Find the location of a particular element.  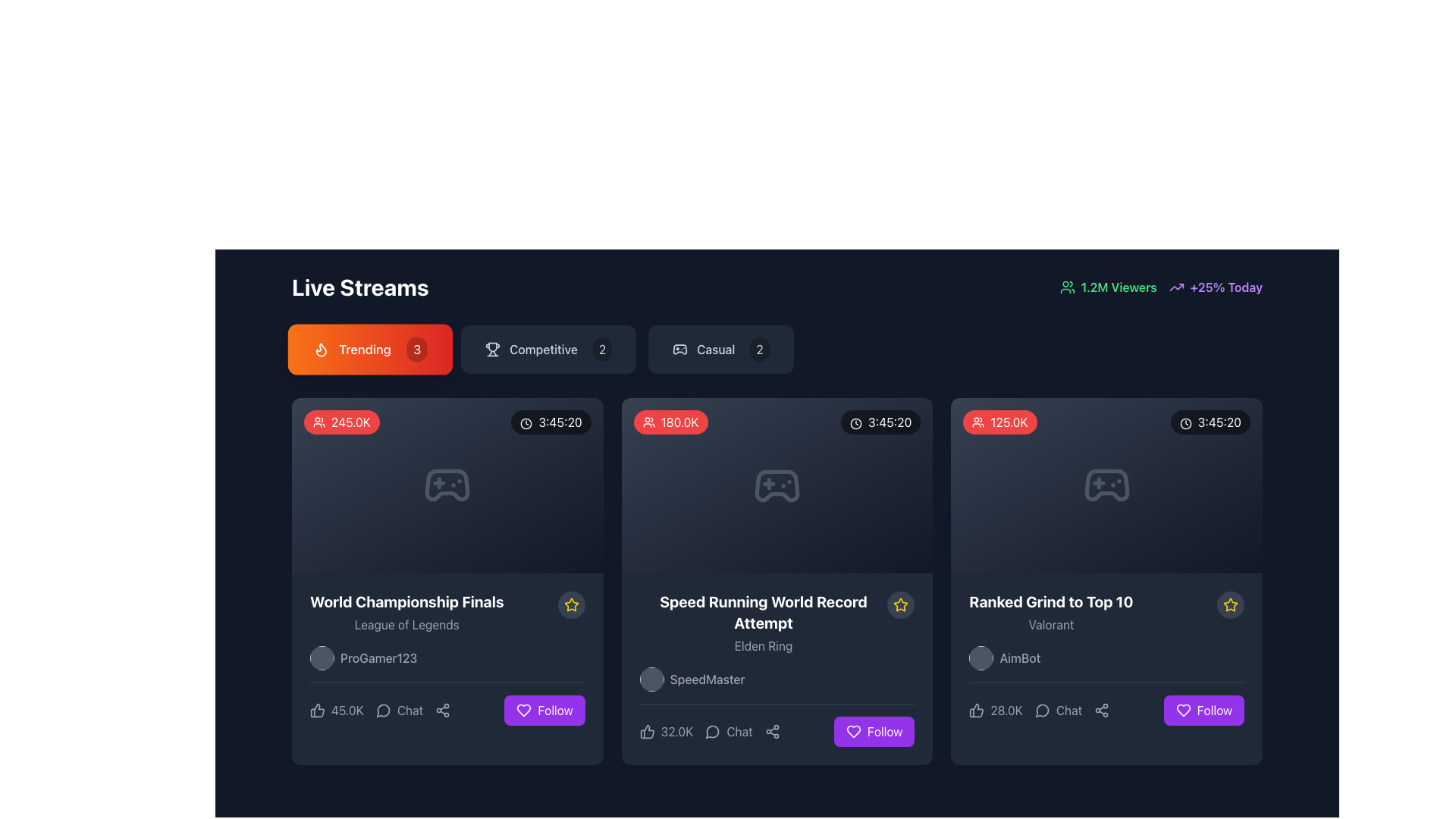

the 'Follow' text label within the button, which is styled with a bold white font on a vibrant purple background, located at the bottom-right corner of the second card in the grid is located at coordinates (885, 730).